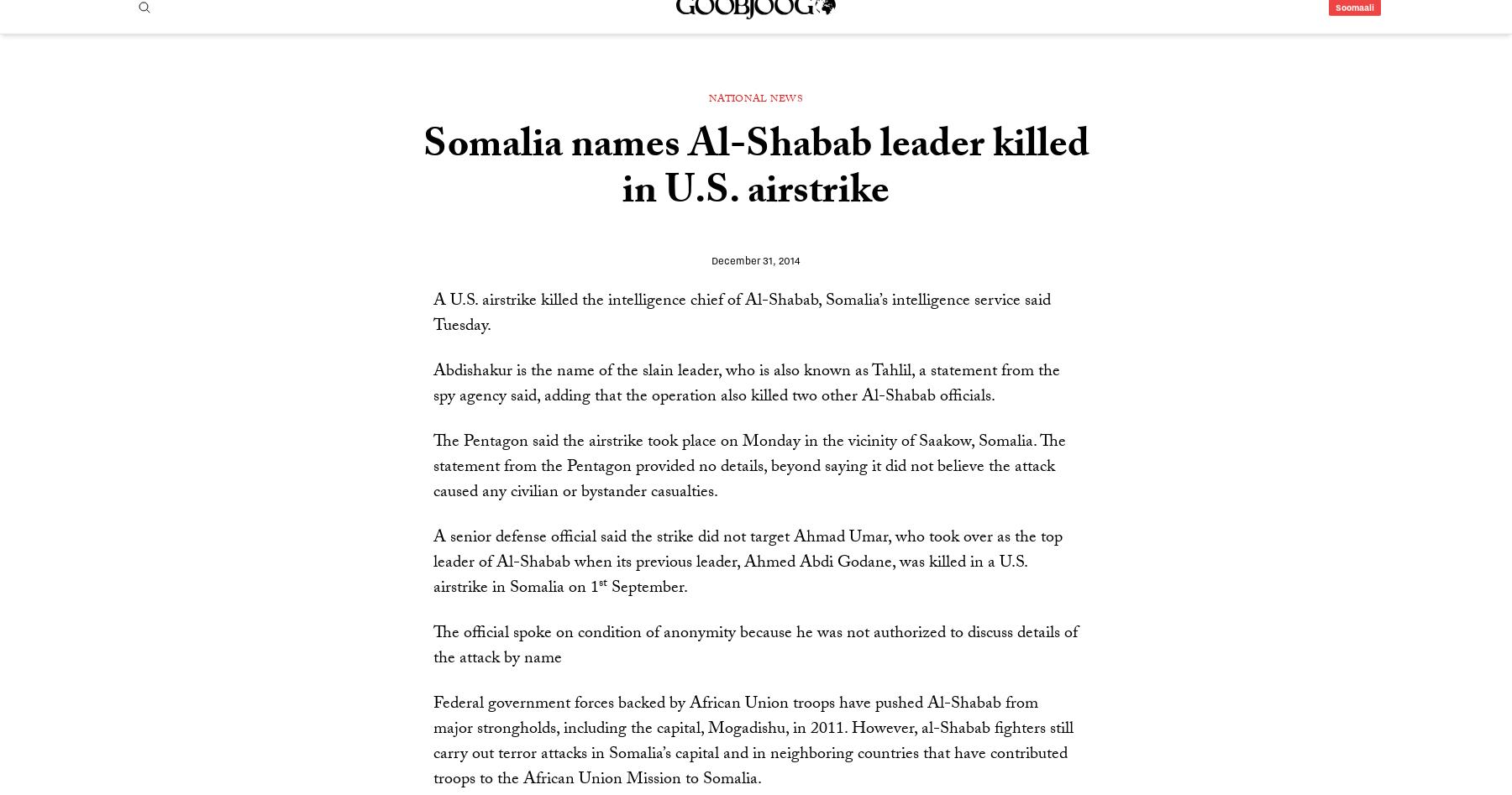  What do you see at coordinates (978, 77) in the screenshot?
I see `'Culture & Books'` at bounding box center [978, 77].